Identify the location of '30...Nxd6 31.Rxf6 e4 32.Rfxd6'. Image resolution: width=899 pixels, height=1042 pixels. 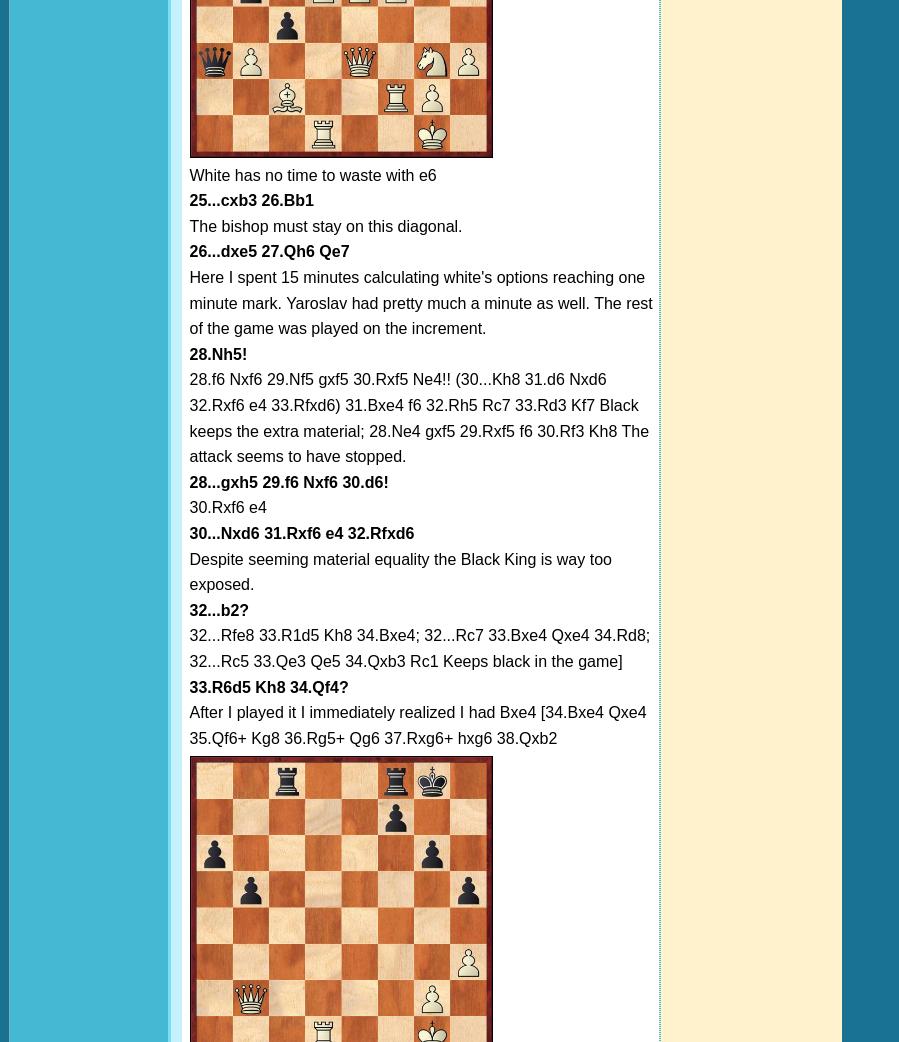
(300, 531).